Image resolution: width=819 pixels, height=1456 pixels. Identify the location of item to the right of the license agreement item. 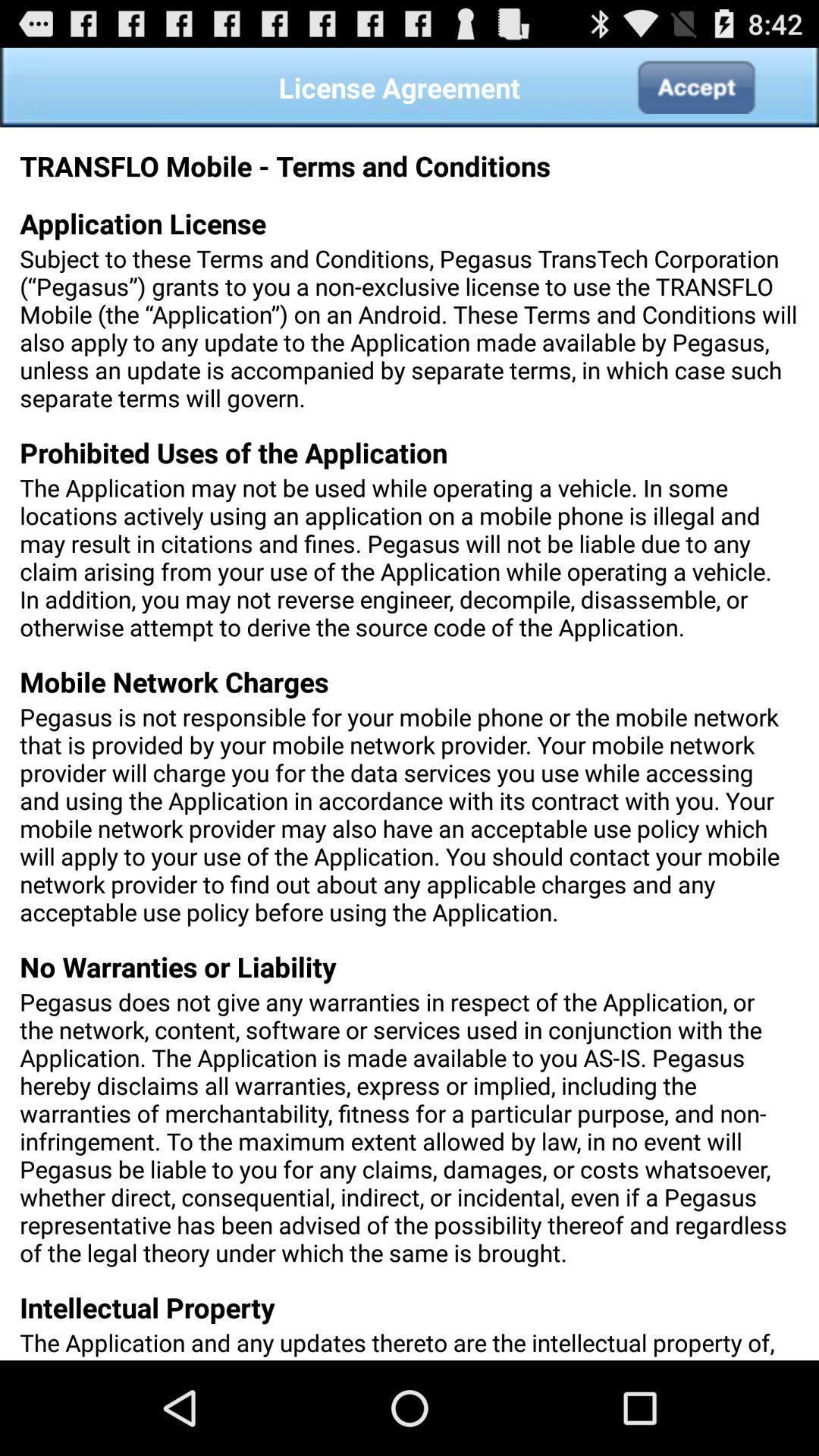
(695, 86).